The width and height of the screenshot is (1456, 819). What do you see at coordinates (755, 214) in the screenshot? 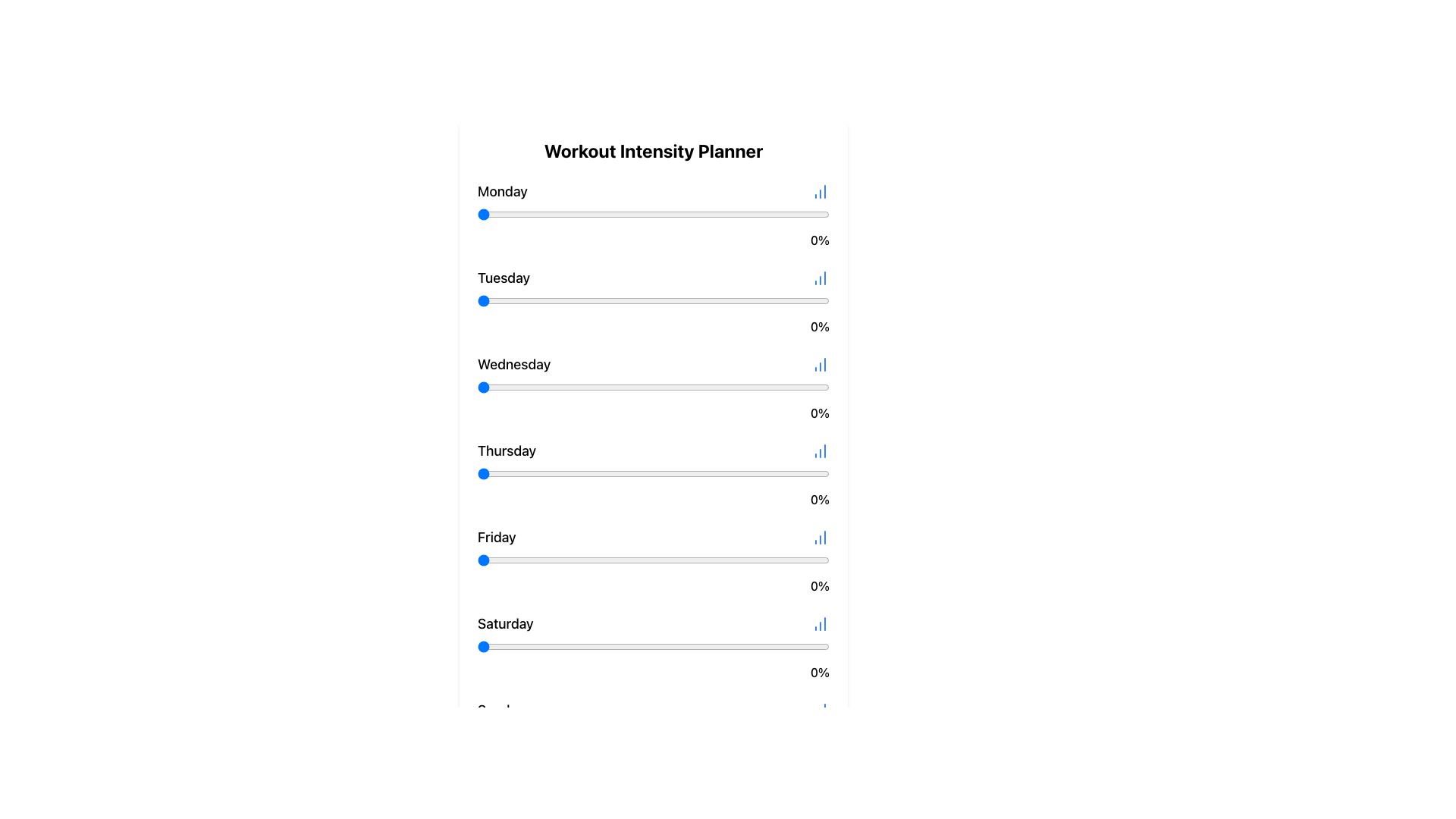
I see `the workout intensity for Monday` at bounding box center [755, 214].